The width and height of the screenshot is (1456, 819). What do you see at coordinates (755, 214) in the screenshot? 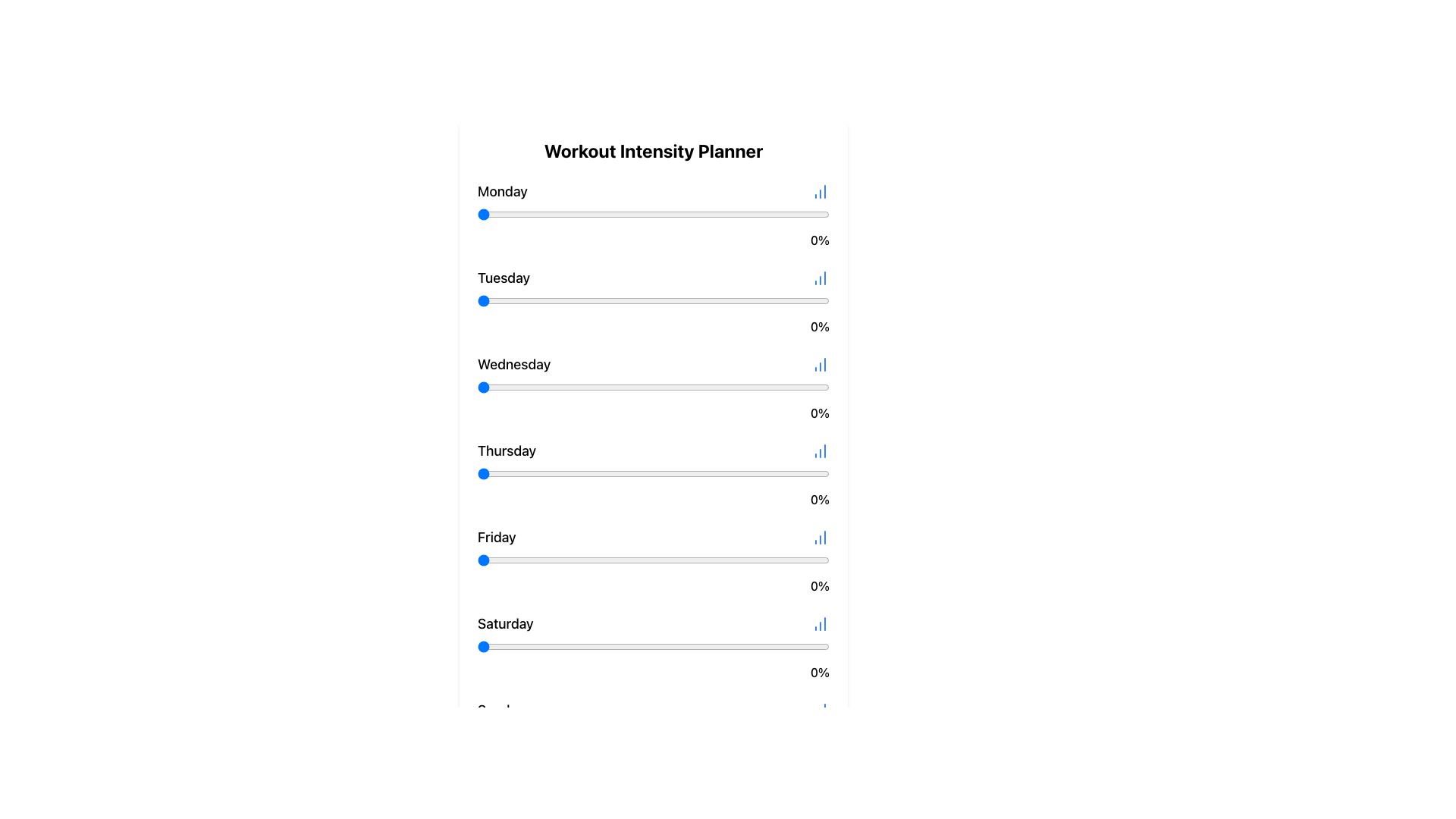
I see `the workout intensity for Monday` at bounding box center [755, 214].